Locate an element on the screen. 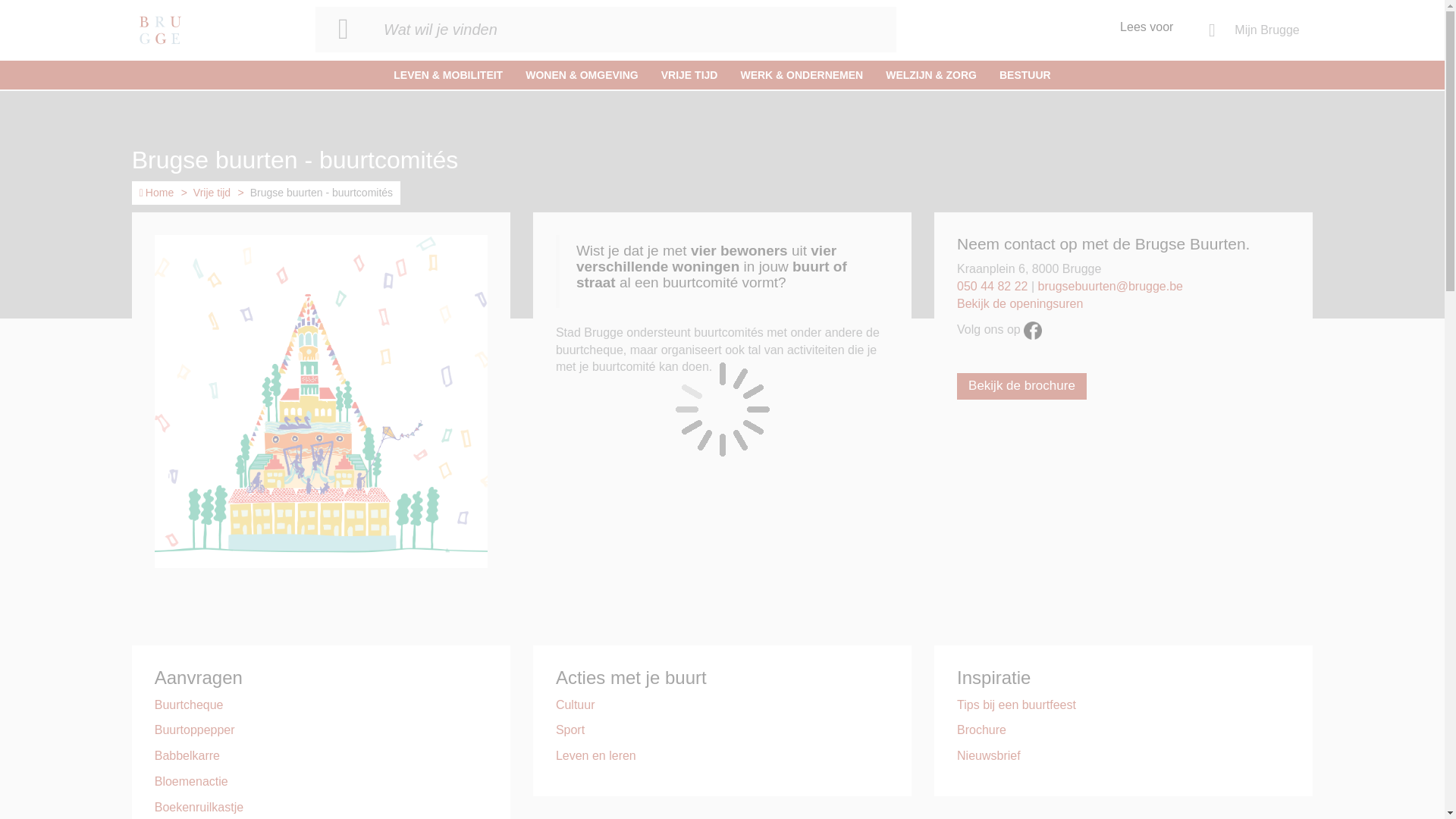 The width and height of the screenshot is (1456, 819). 'Brochure' is located at coordinates (981, 729).